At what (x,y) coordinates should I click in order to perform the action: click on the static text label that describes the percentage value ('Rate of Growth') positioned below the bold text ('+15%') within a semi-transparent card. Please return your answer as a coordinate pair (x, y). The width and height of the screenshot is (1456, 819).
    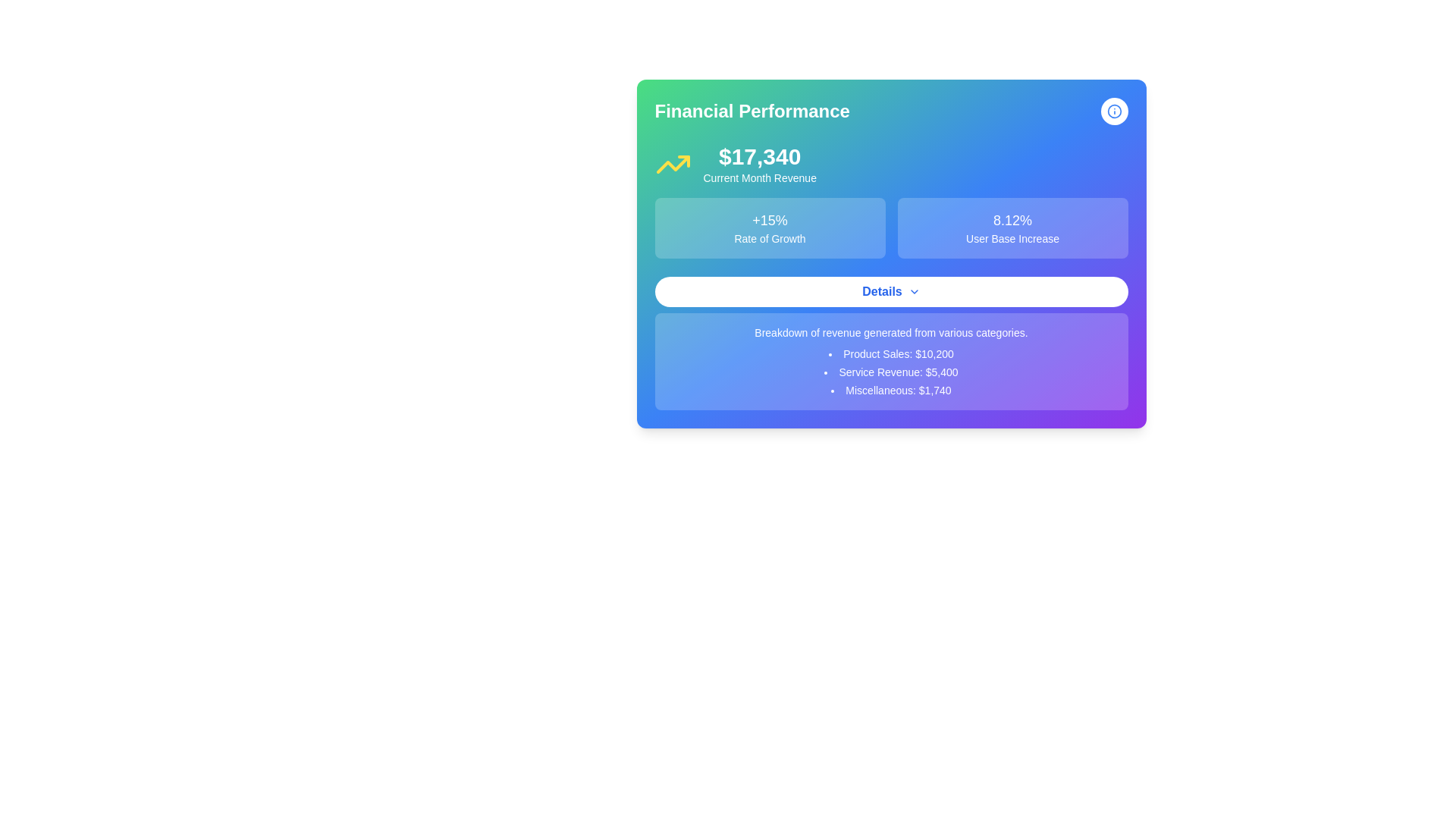
    Looking at the image, I should click on (770, 239).